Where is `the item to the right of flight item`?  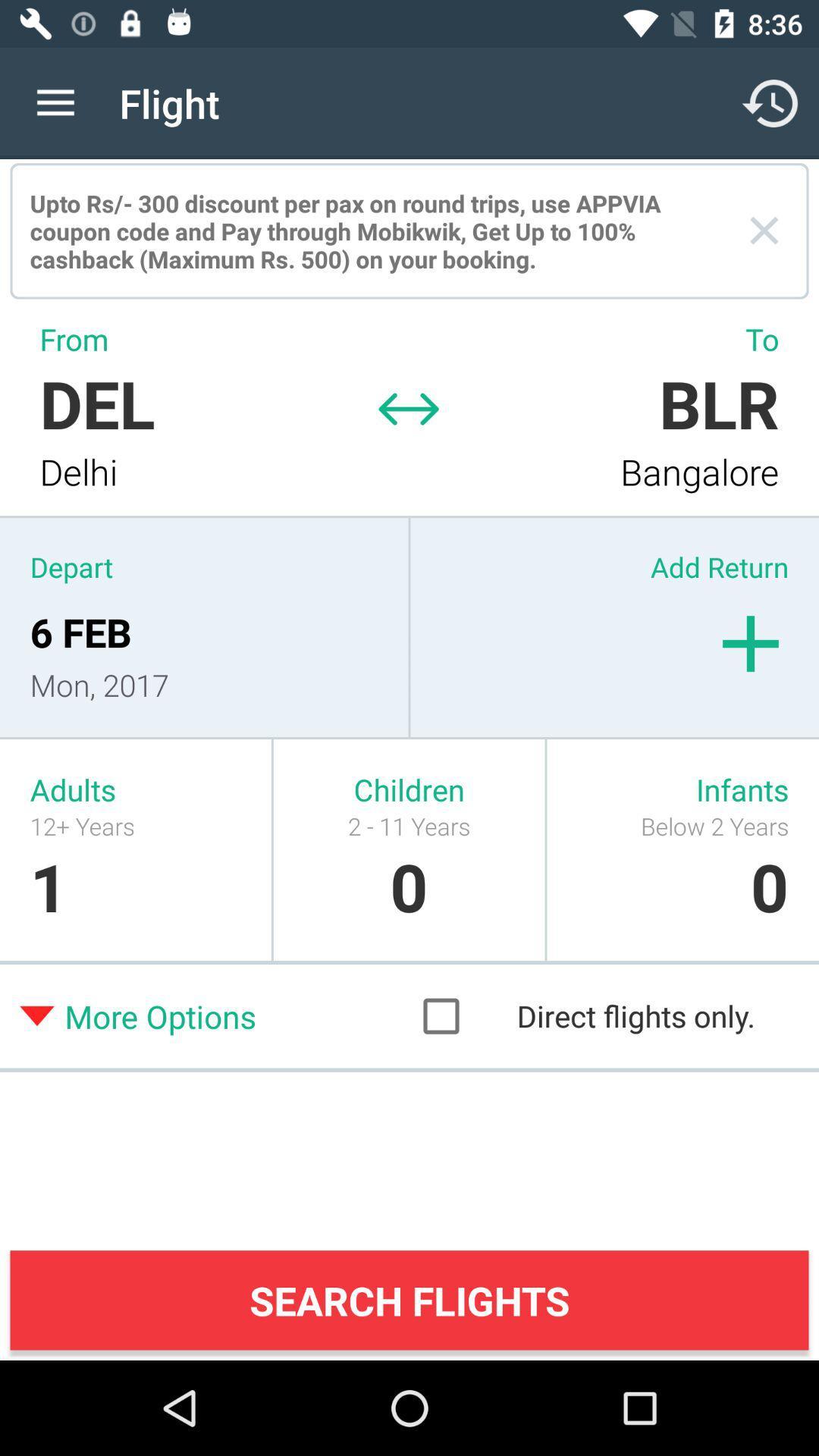
the item to the right of flight item is located at coordinates (771, 102).